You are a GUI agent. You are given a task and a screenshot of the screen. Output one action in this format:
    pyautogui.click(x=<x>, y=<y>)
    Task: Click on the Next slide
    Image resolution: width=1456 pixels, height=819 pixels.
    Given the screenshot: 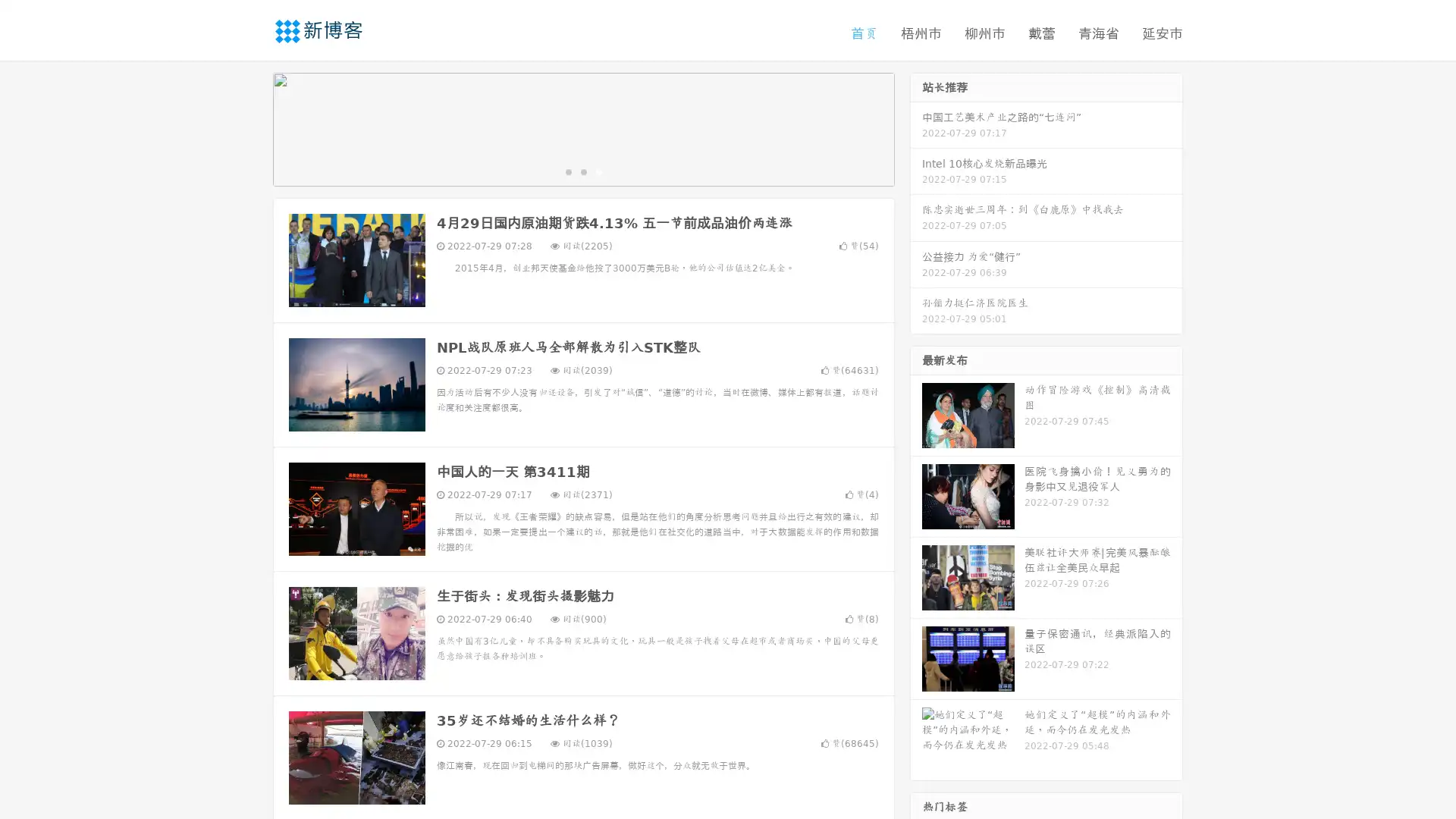 What is the action you would take?
    pyautogui.click(x=916, y=127)
    